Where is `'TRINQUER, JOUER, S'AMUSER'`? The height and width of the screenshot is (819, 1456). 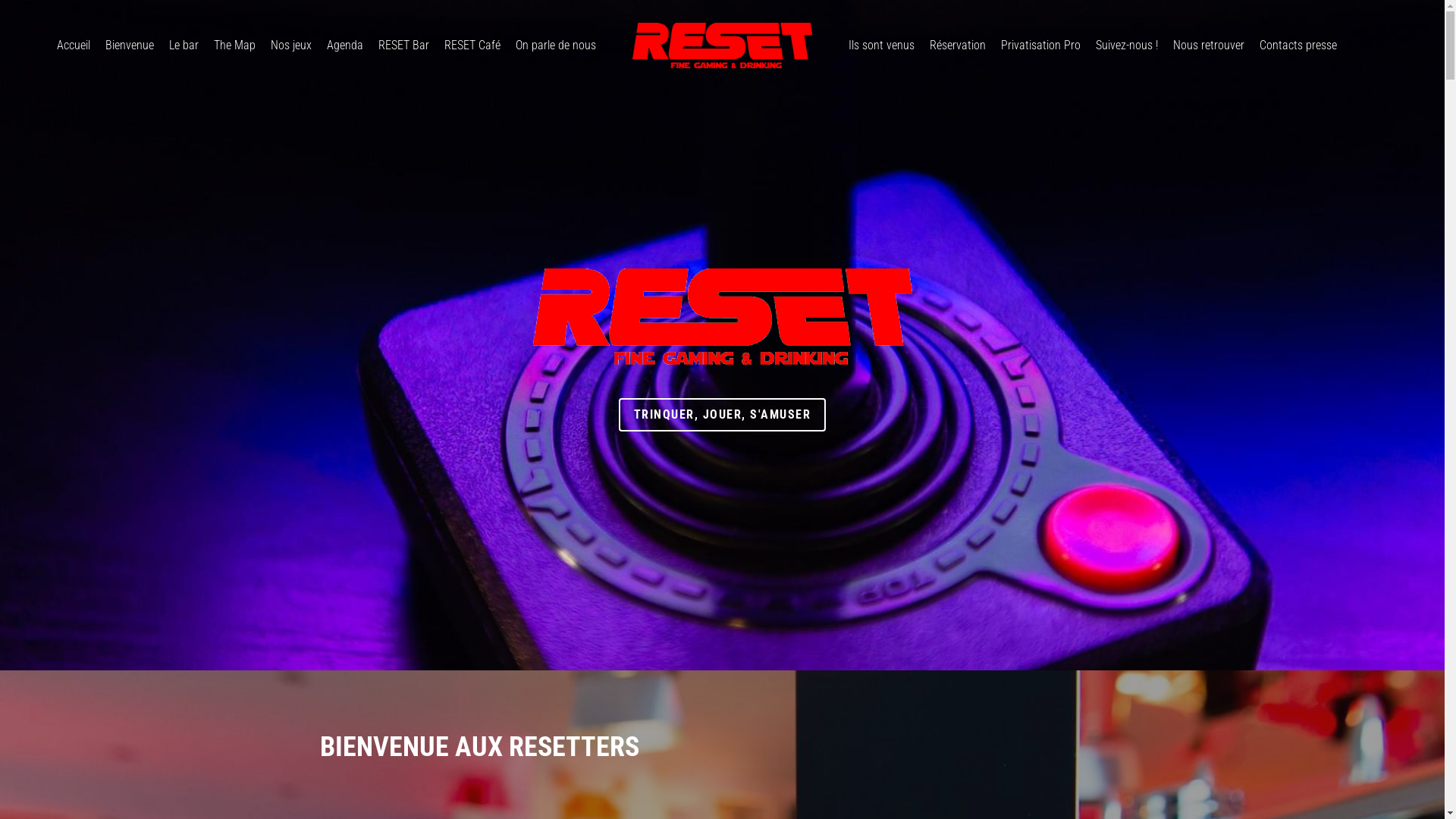 'TRINQUER, JOUER, S'AMUSER' is located at coordinates (722, 415).